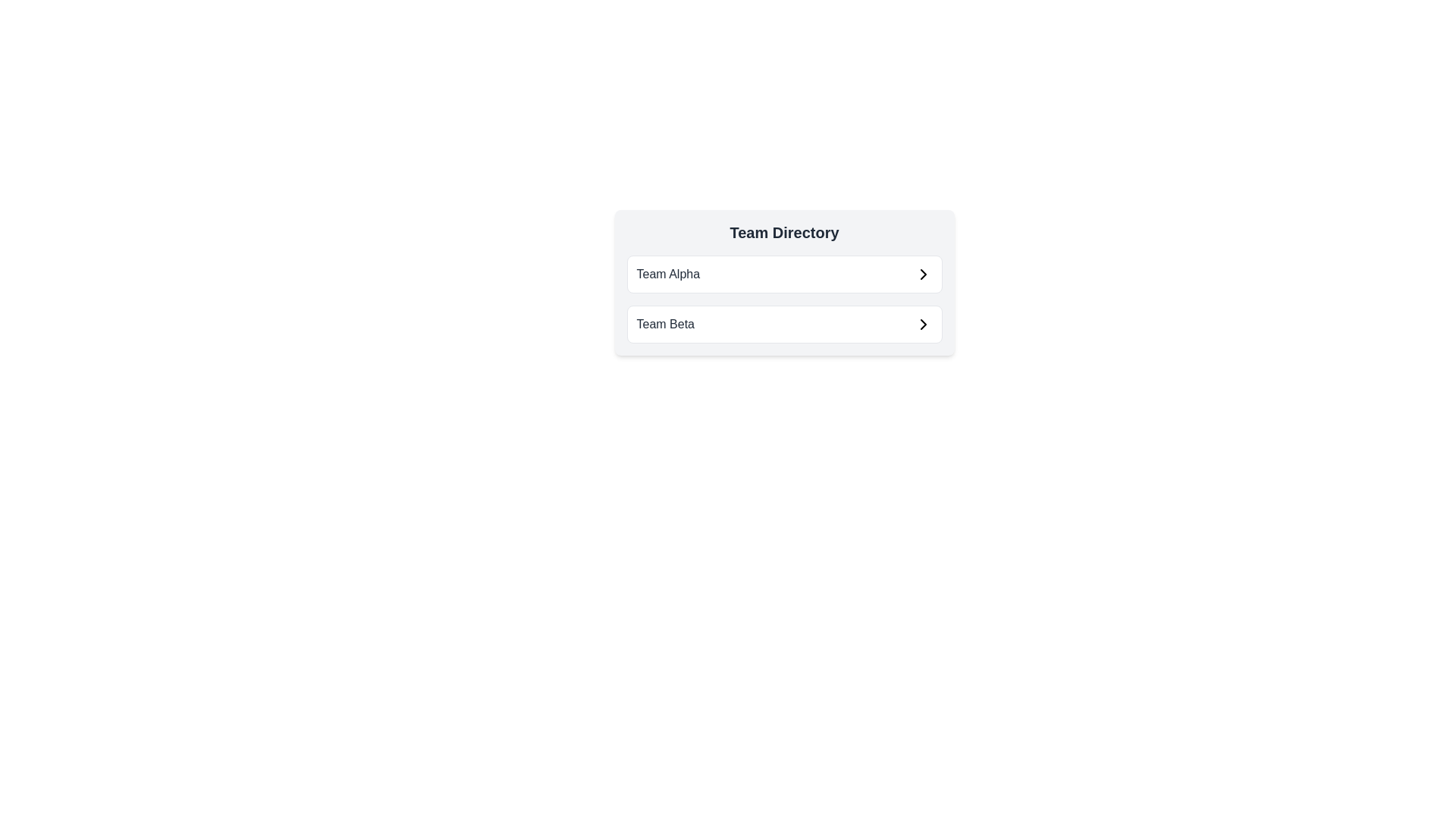 The image size is (1456, 819). Describe the element at coordinates (922, 275) in the screenshot. I see `the Chevron icon (SVG graphic) located at the top right corner of the 'Team Alpha' row in the Team Directory UI` at that location.